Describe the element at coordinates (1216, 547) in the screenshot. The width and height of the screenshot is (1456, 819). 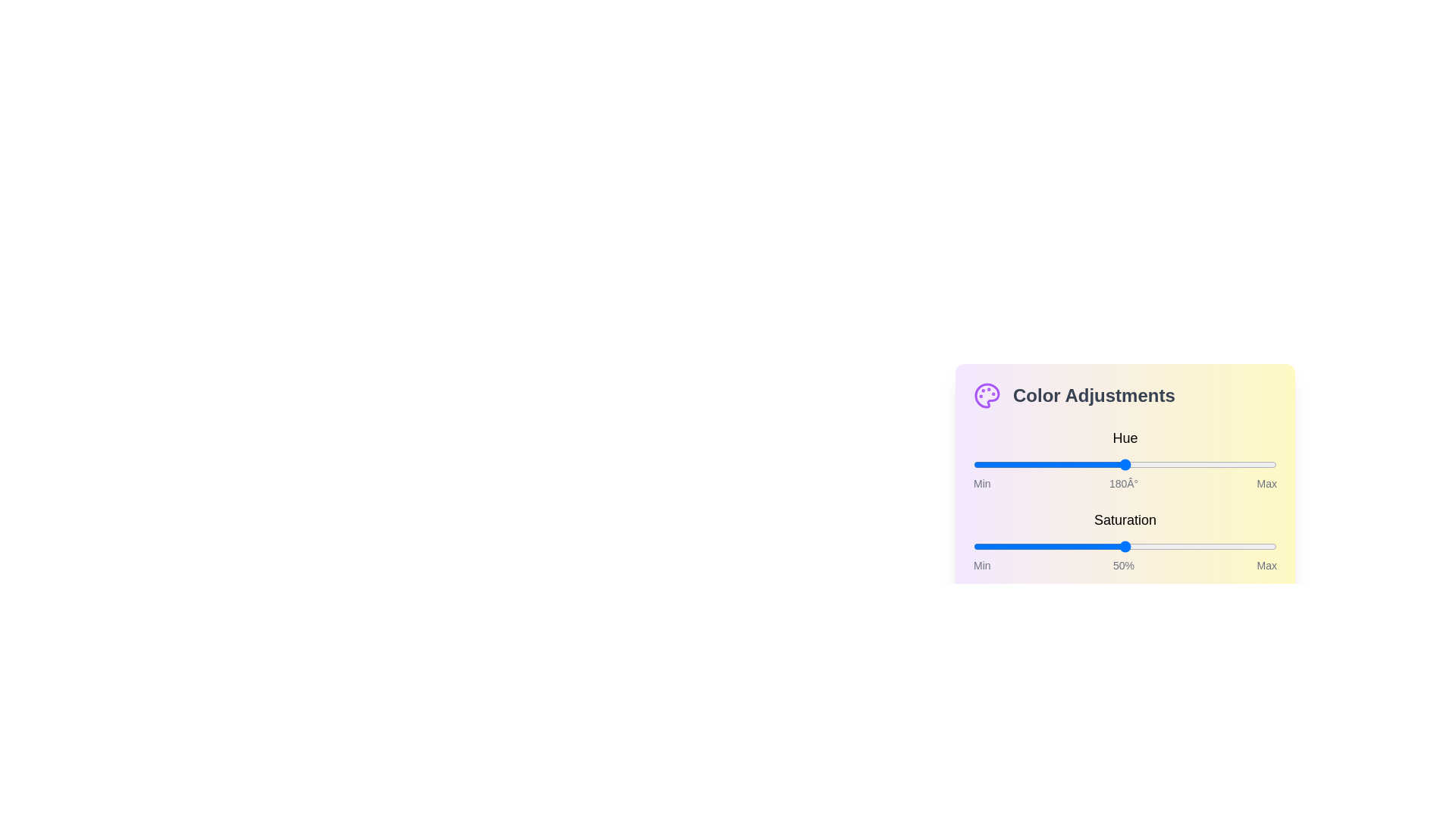
I see `the saturation slider to 80` at that location.